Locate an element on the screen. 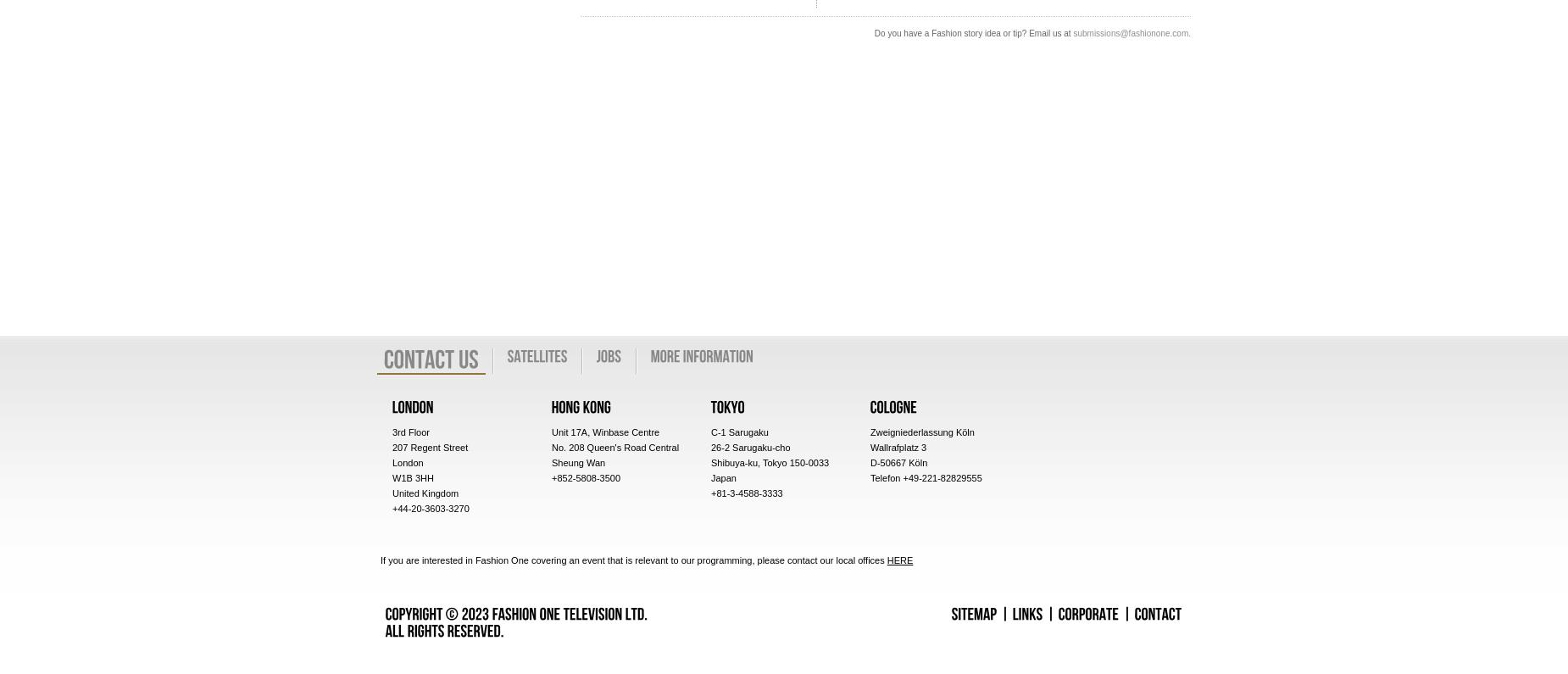 This screenshot has height=674, width=1568. 'submissions@fashionone.com.' is located at coordinates (1131, 32).